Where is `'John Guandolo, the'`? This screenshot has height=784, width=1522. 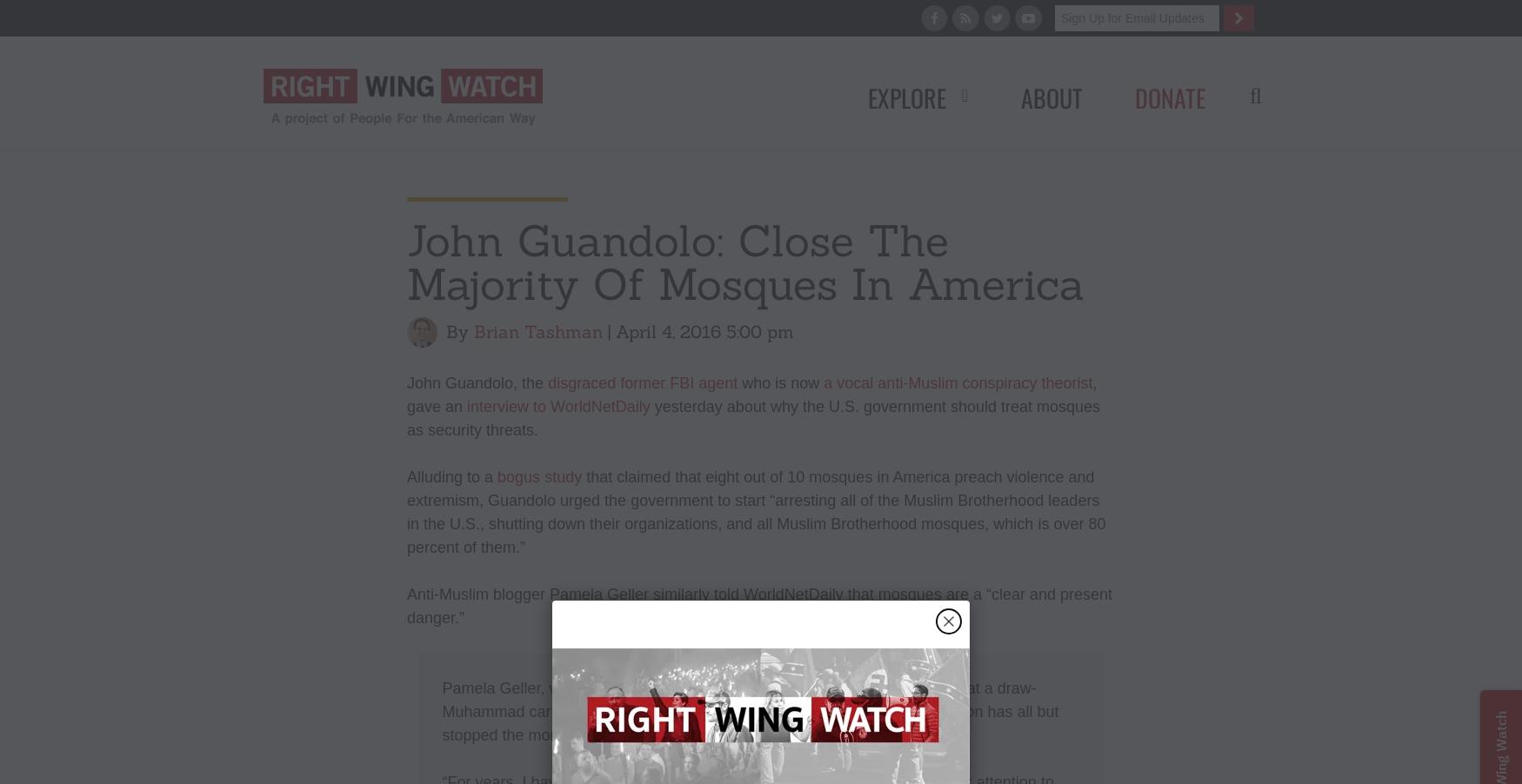 'John Guandolo, the' is located at coordinates (476, 382).